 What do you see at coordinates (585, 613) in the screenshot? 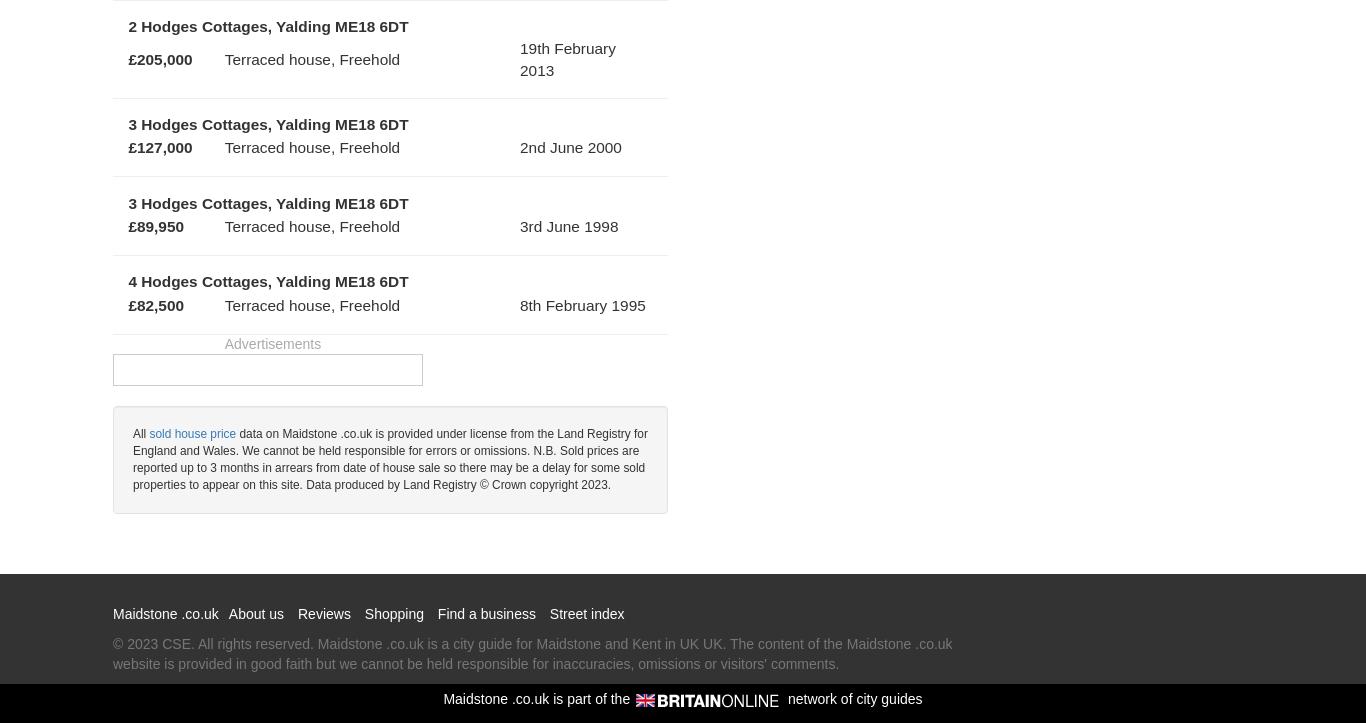
I see `'Street index'` at bounding box center [585, 613].